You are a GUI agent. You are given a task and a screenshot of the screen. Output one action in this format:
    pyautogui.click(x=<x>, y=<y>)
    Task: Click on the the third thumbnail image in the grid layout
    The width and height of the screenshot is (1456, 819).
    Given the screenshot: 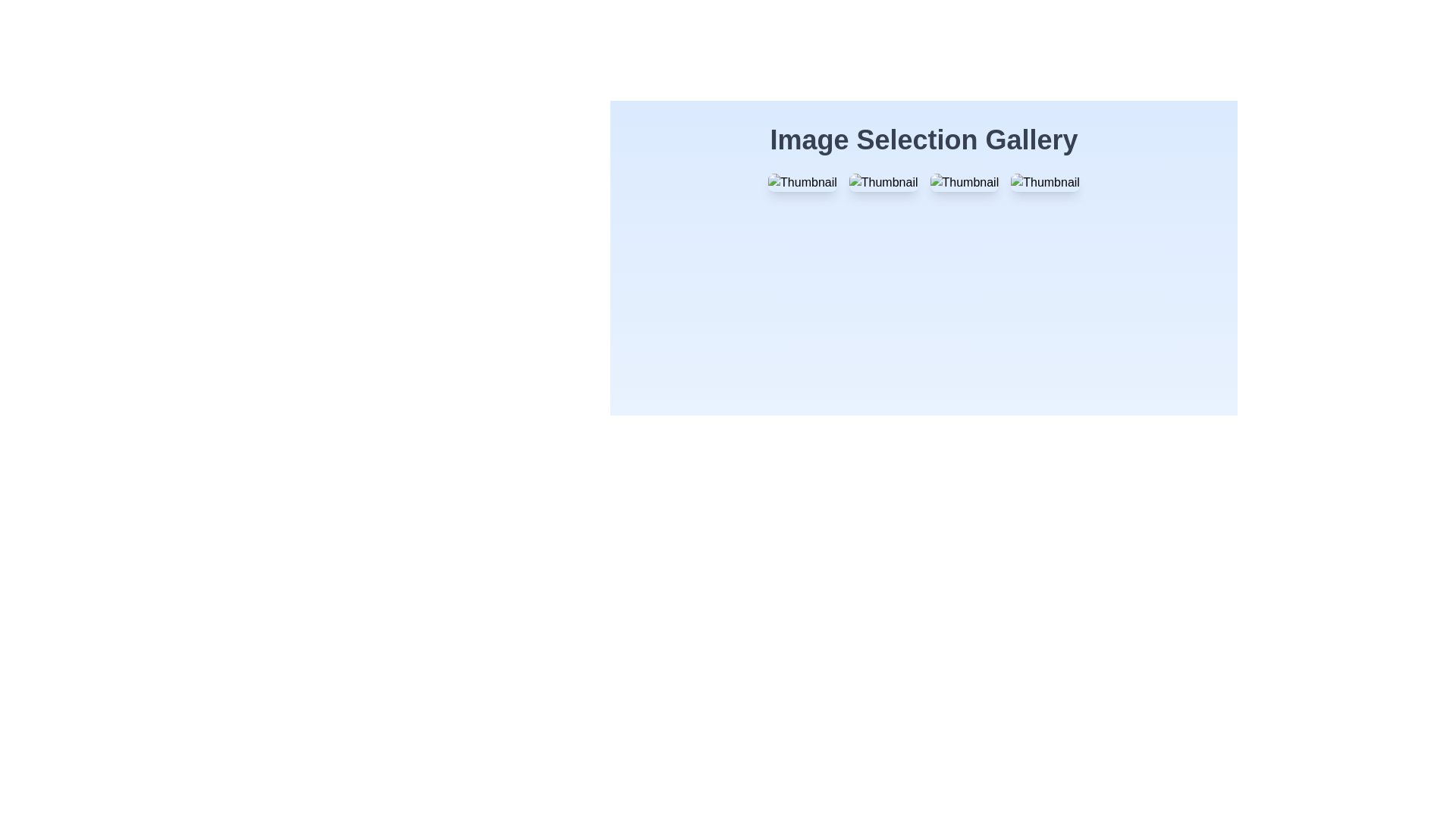 What is the action you would take?
    pyautogui.click(x=963, y=181)
    